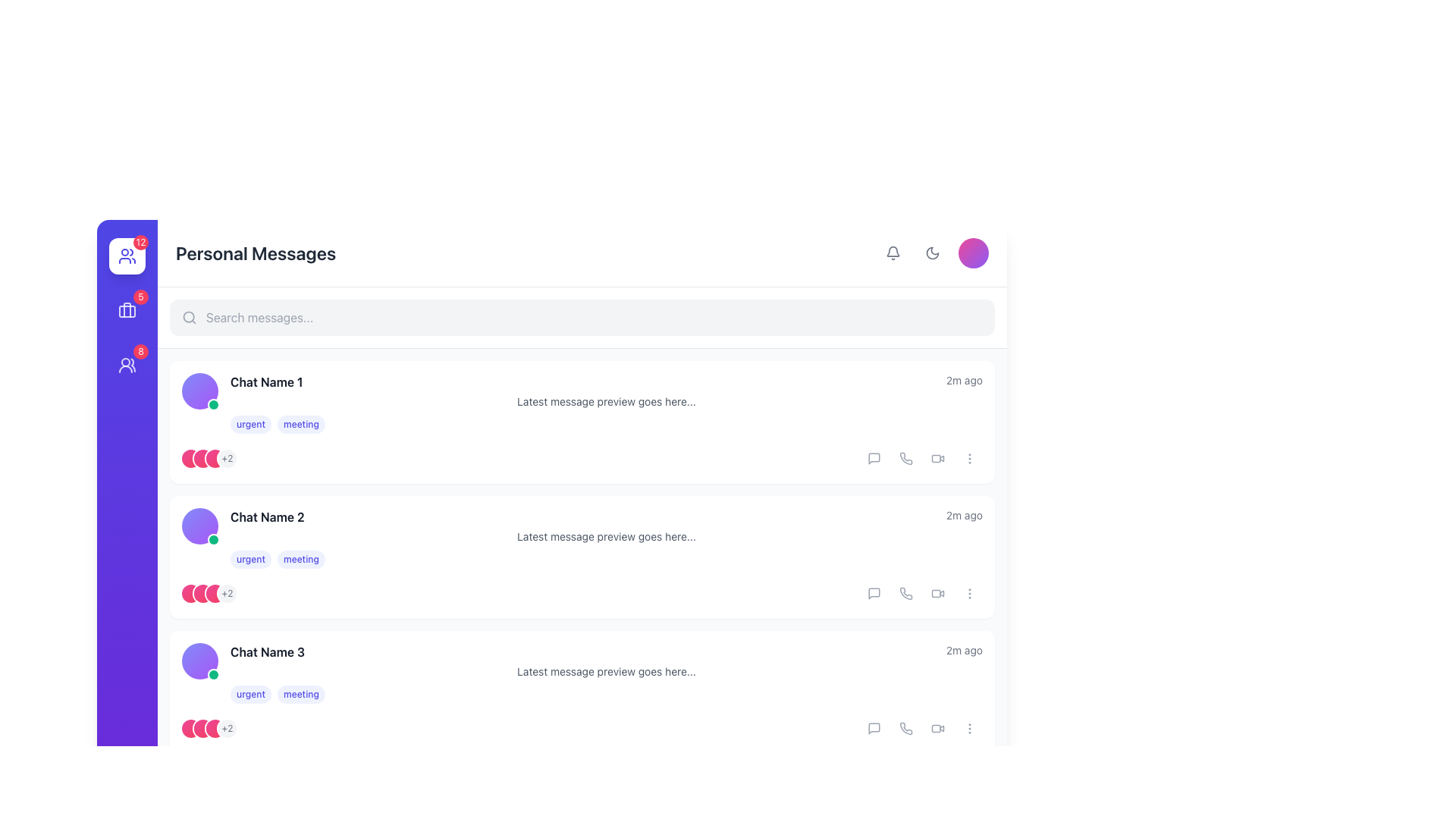  What do you see at coordinates (199, 526) in the screenshot?
I see `the Avatar-like UI component with a badge for 'Chat Name 2'` at bounding box center [199, 526].